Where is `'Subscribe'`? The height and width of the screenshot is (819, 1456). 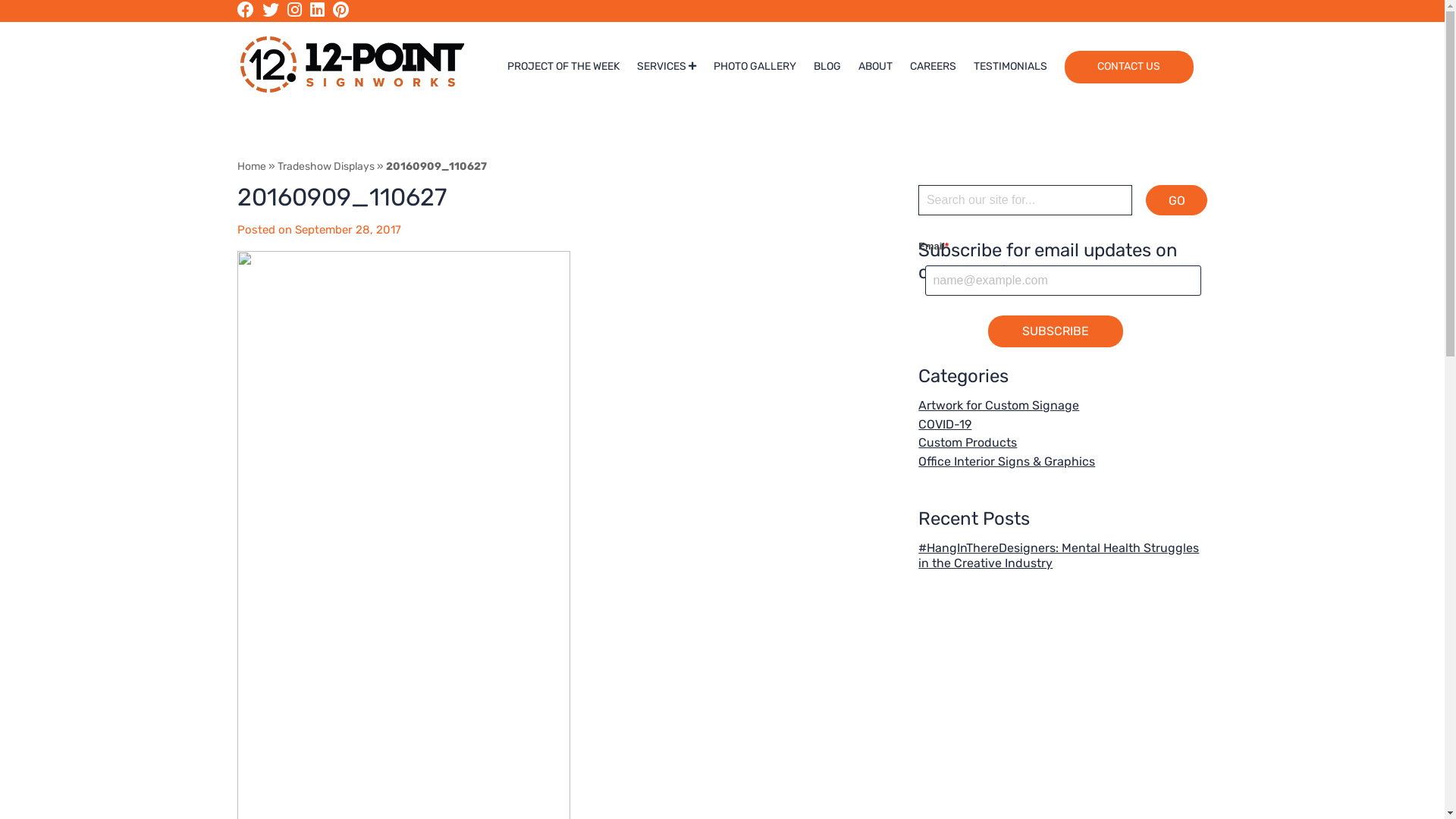 'Subscribe' is located at coordinates (1055, 330).